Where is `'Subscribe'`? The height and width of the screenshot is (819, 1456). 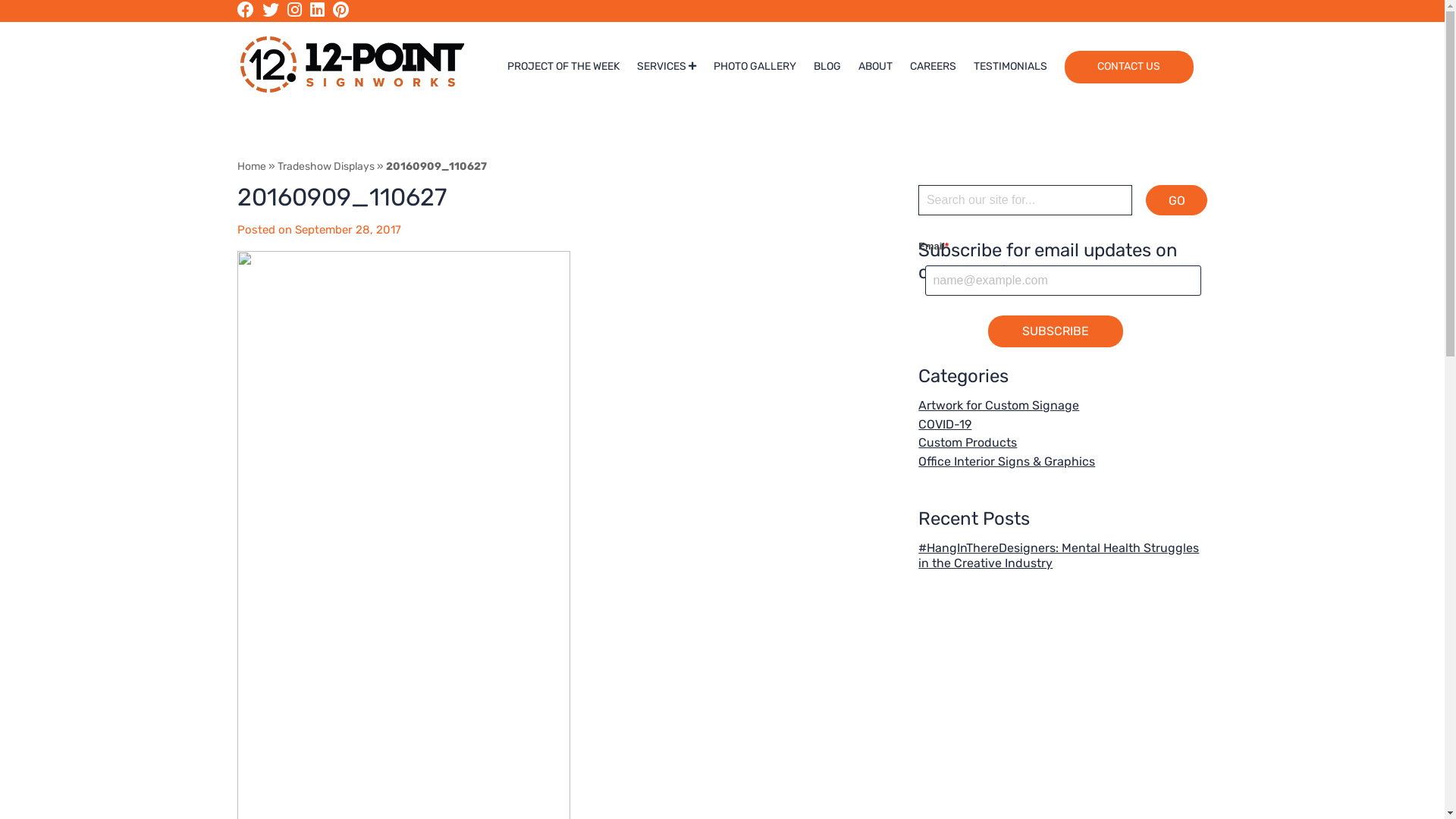 'Subscribe' is located at coordinates (1055, 330).